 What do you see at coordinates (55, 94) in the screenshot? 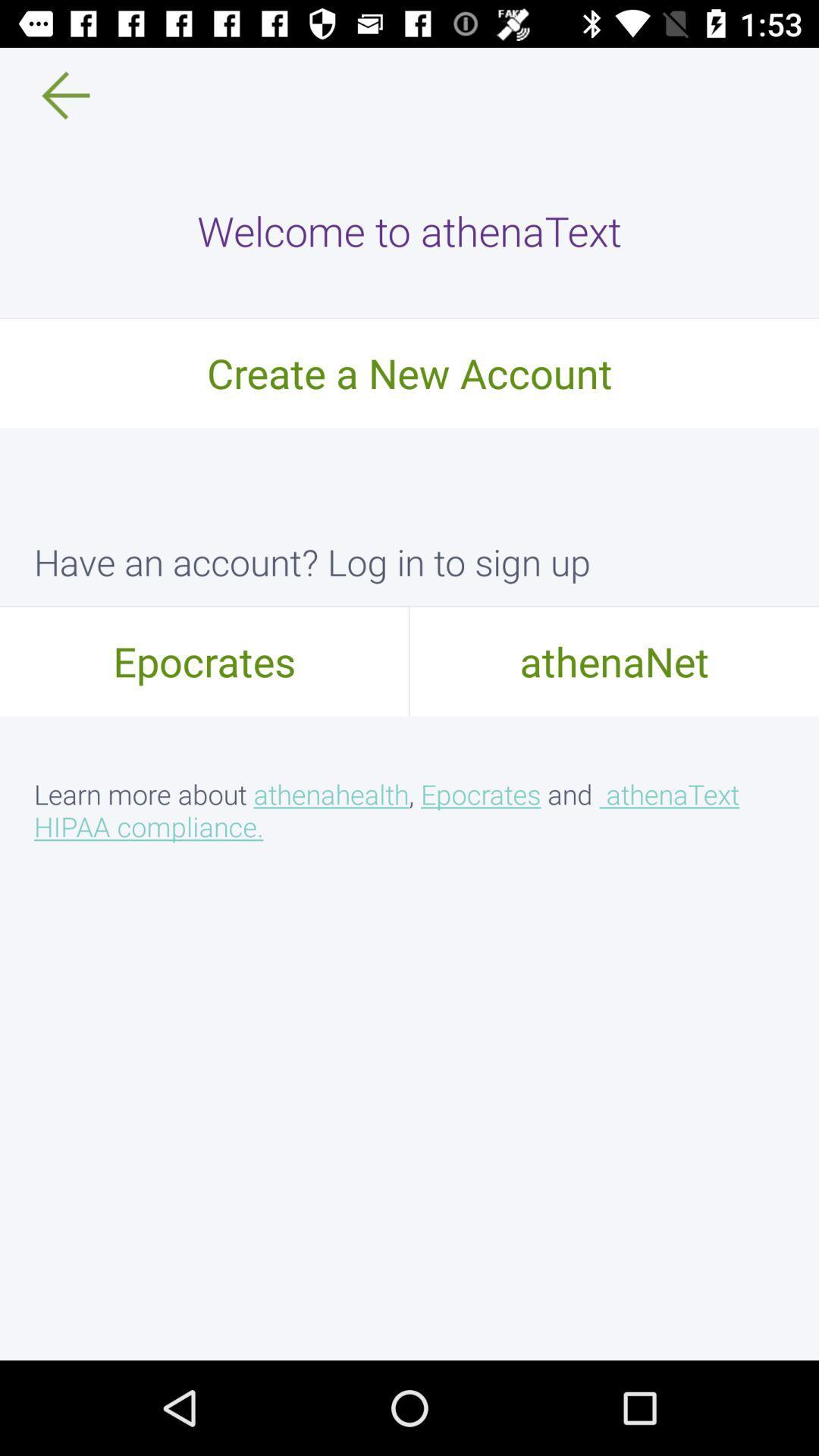
I see `item above welcome to athenatext` at bounding box center [55, 94].